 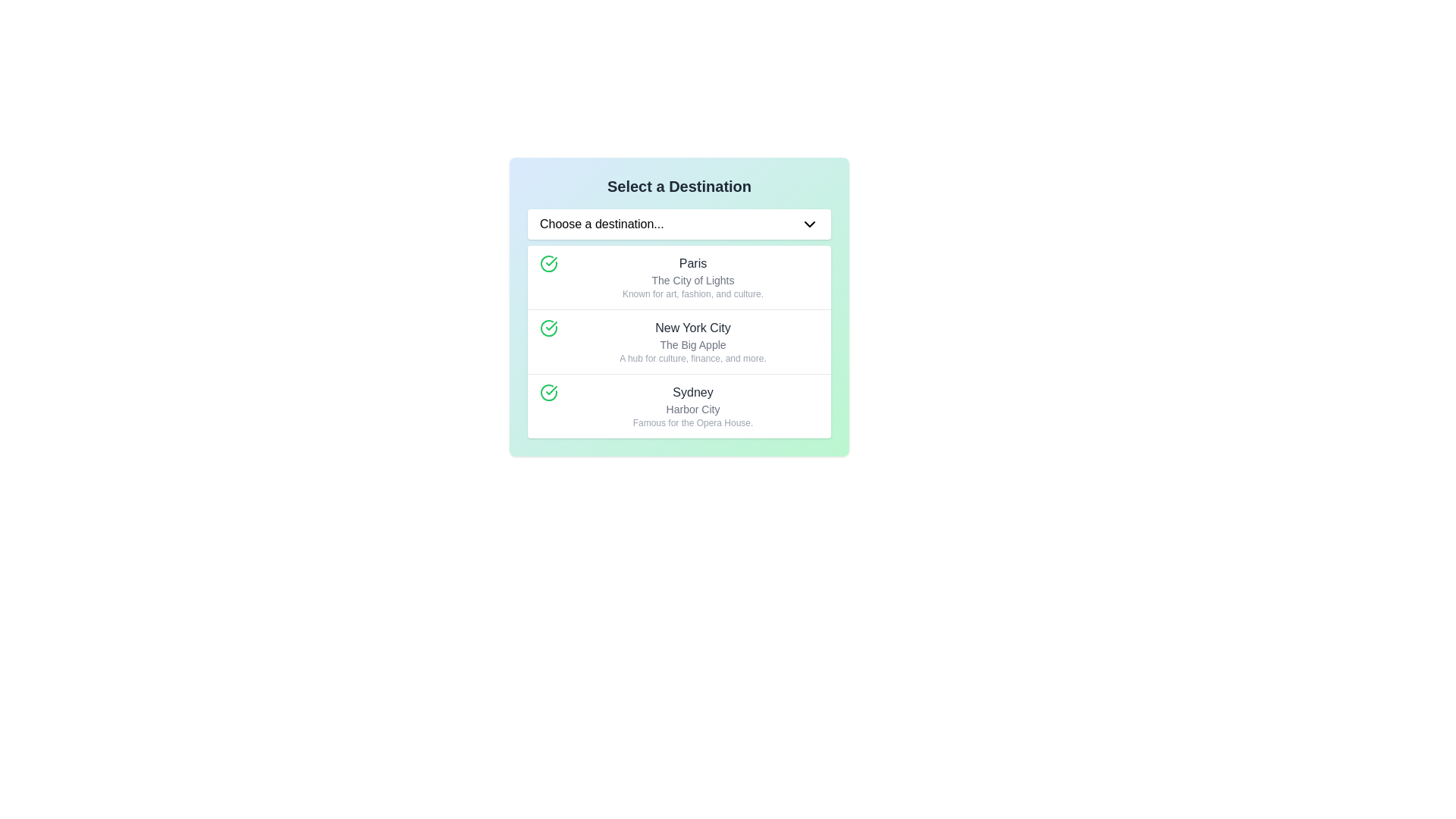 What do you see at coordinates (692, 359) in the screenshot?
I see `the line of small gray text reading 'A hub for culture, finance, and more.' which is located directly below 'The Big Apple' in the third list entry of the dropdown menu under 'Select a Destination'` at bounding box center [692, 359].